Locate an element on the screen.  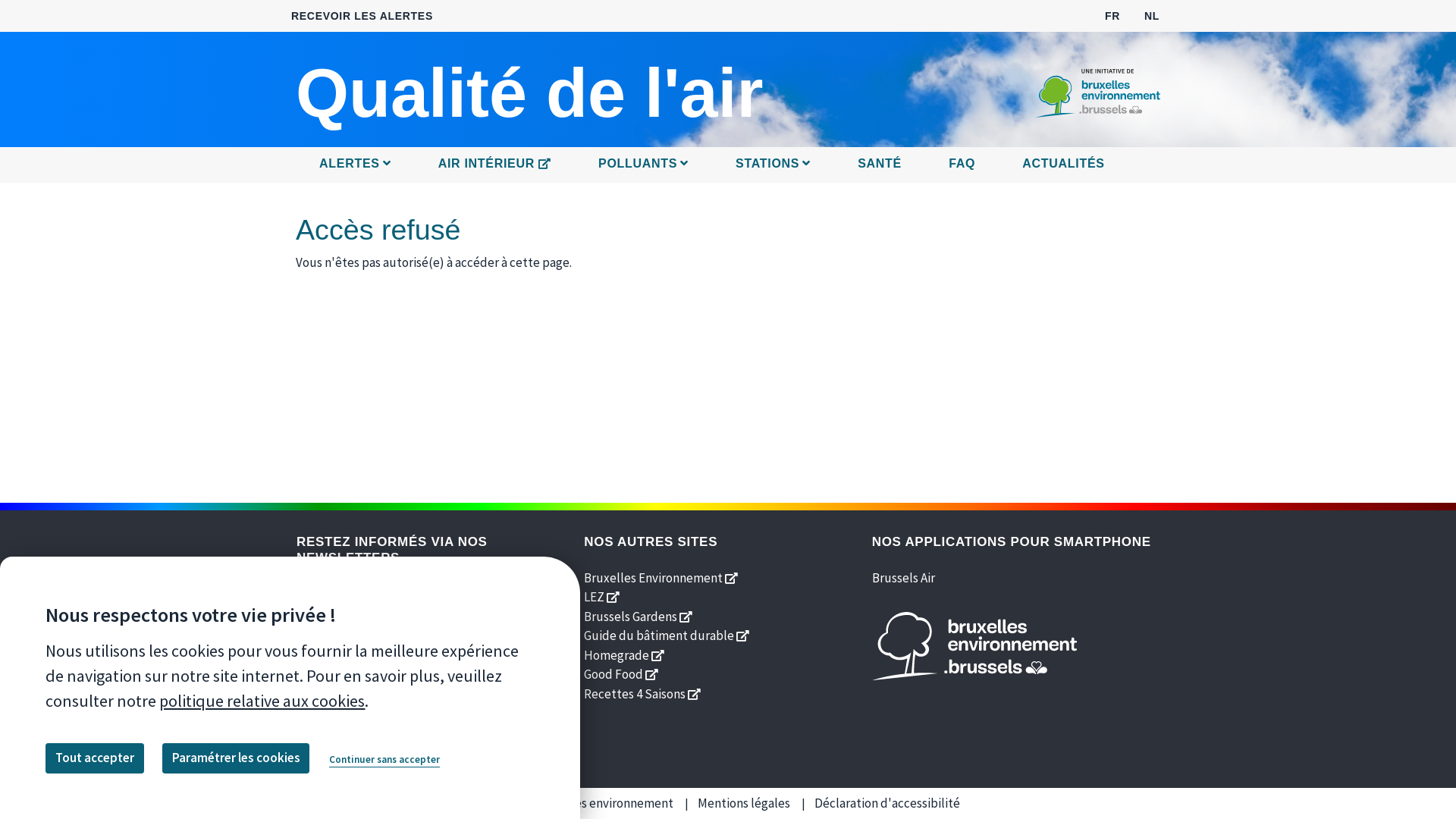
'Facebook' is located at coordinates (309, 686).